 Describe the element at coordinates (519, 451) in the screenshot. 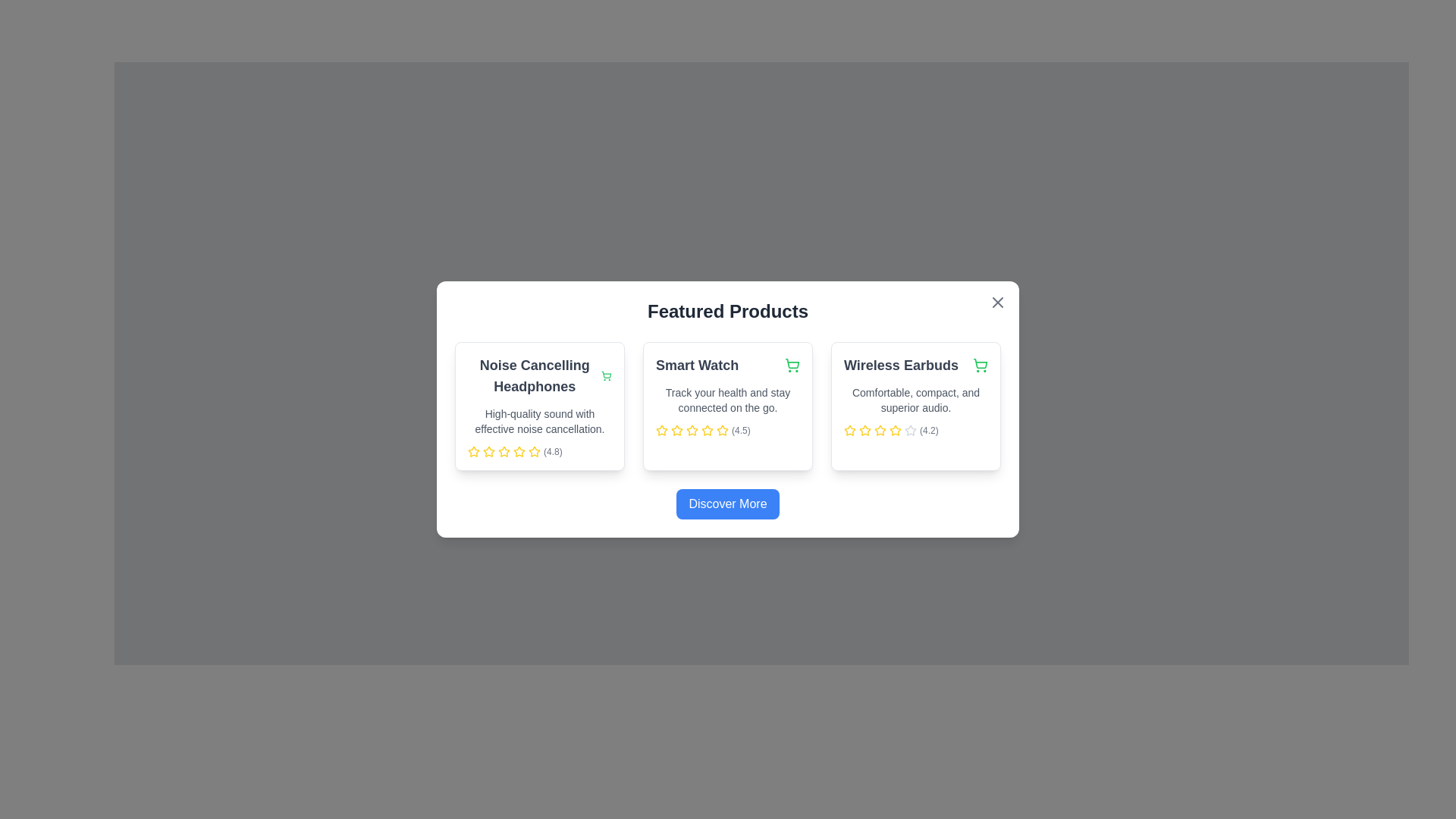

I see `the second yellow star icon in the user rating section of the 'Noise Cancelling Headphones' card` at that location.